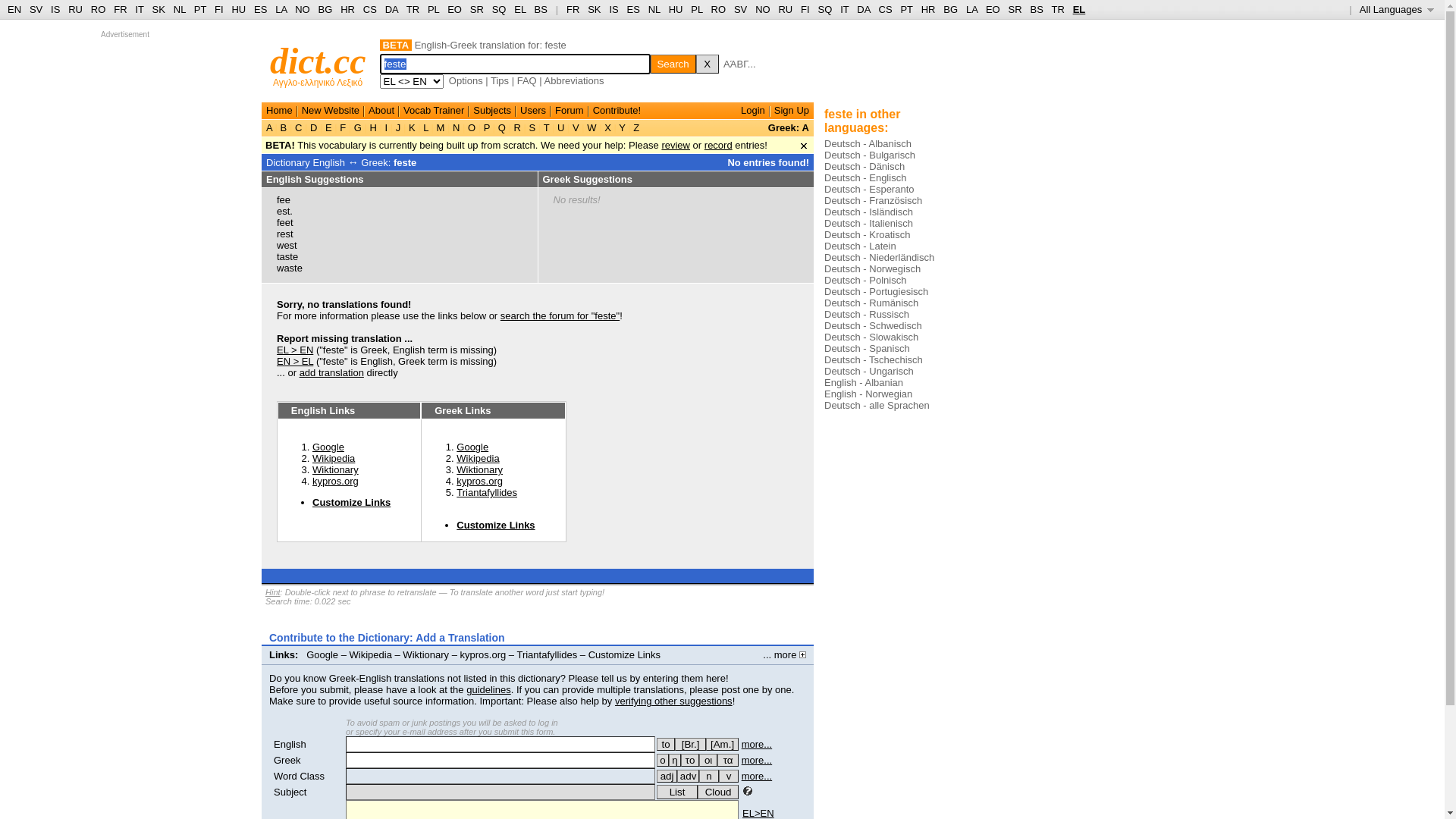 The height and width of the screenshot is (819, 1456). Describe the element at coordinates (276, 234) in the screenshot. I see `'rest'` at that location.